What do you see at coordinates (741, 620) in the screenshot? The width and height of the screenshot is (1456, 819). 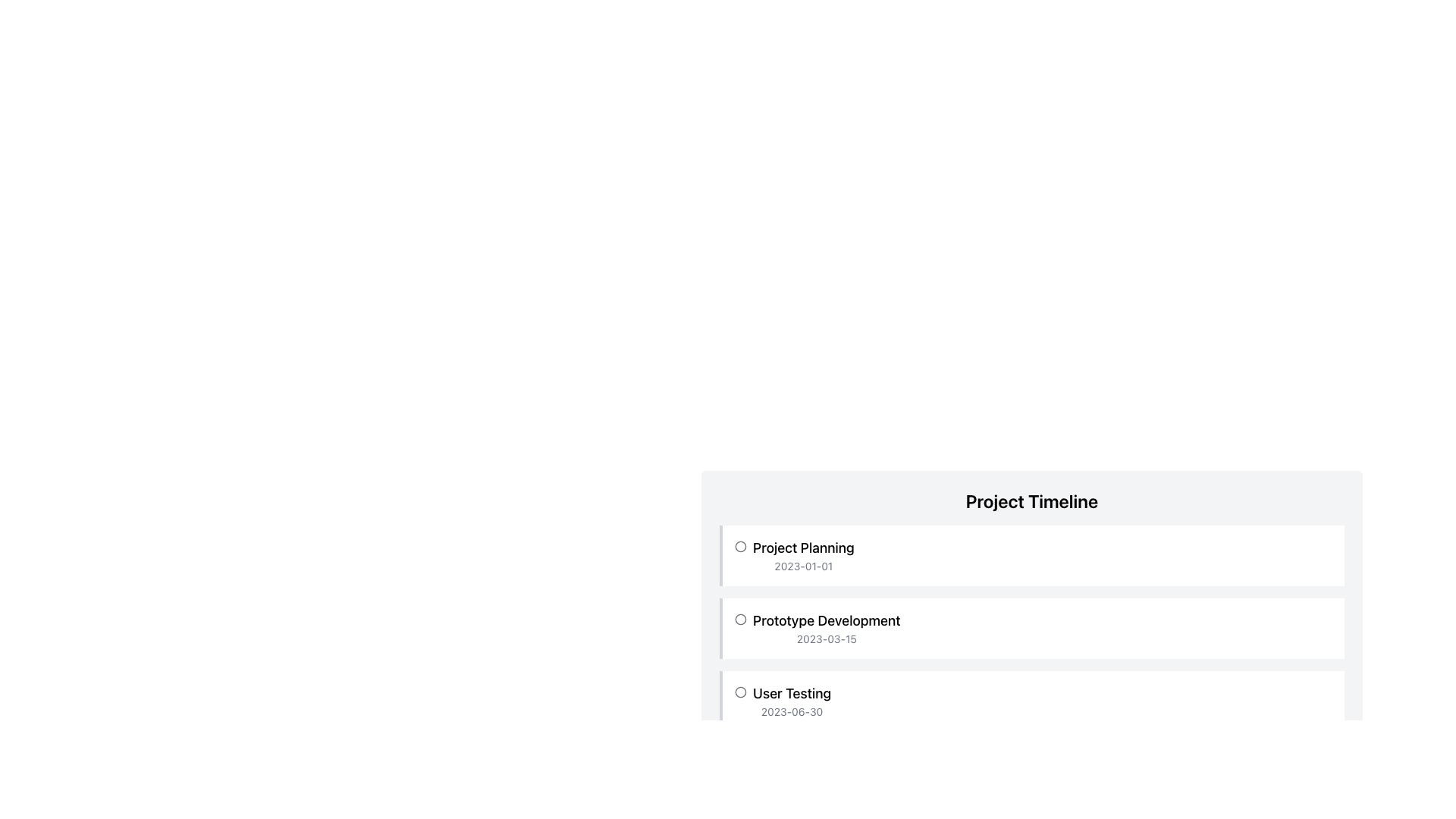 I see `the second circular SVG marker with a gray outline in the timeline interface corresponding to 'Prototype Development'` at bounding box center [741, 620].